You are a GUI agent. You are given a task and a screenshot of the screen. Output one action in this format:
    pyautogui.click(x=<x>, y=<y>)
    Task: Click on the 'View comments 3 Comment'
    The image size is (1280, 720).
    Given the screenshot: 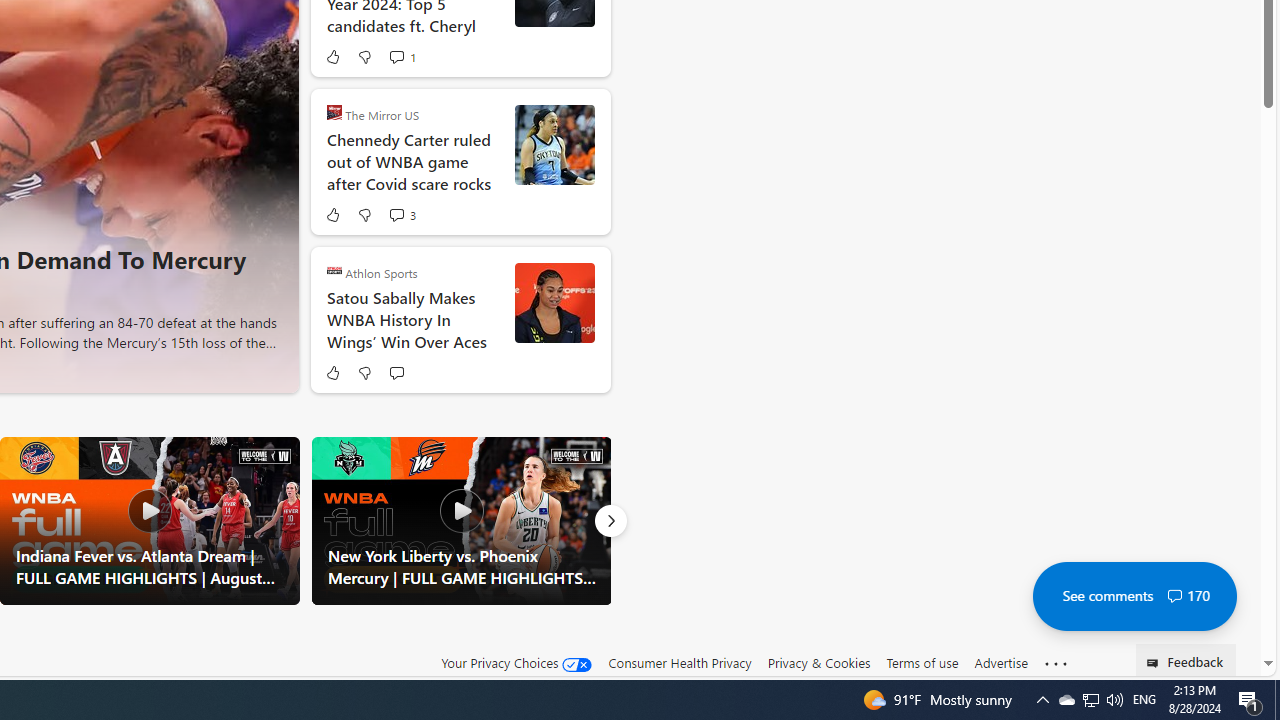 What is the action you would take?
    pyautogui.click(x=396, y=215)
    